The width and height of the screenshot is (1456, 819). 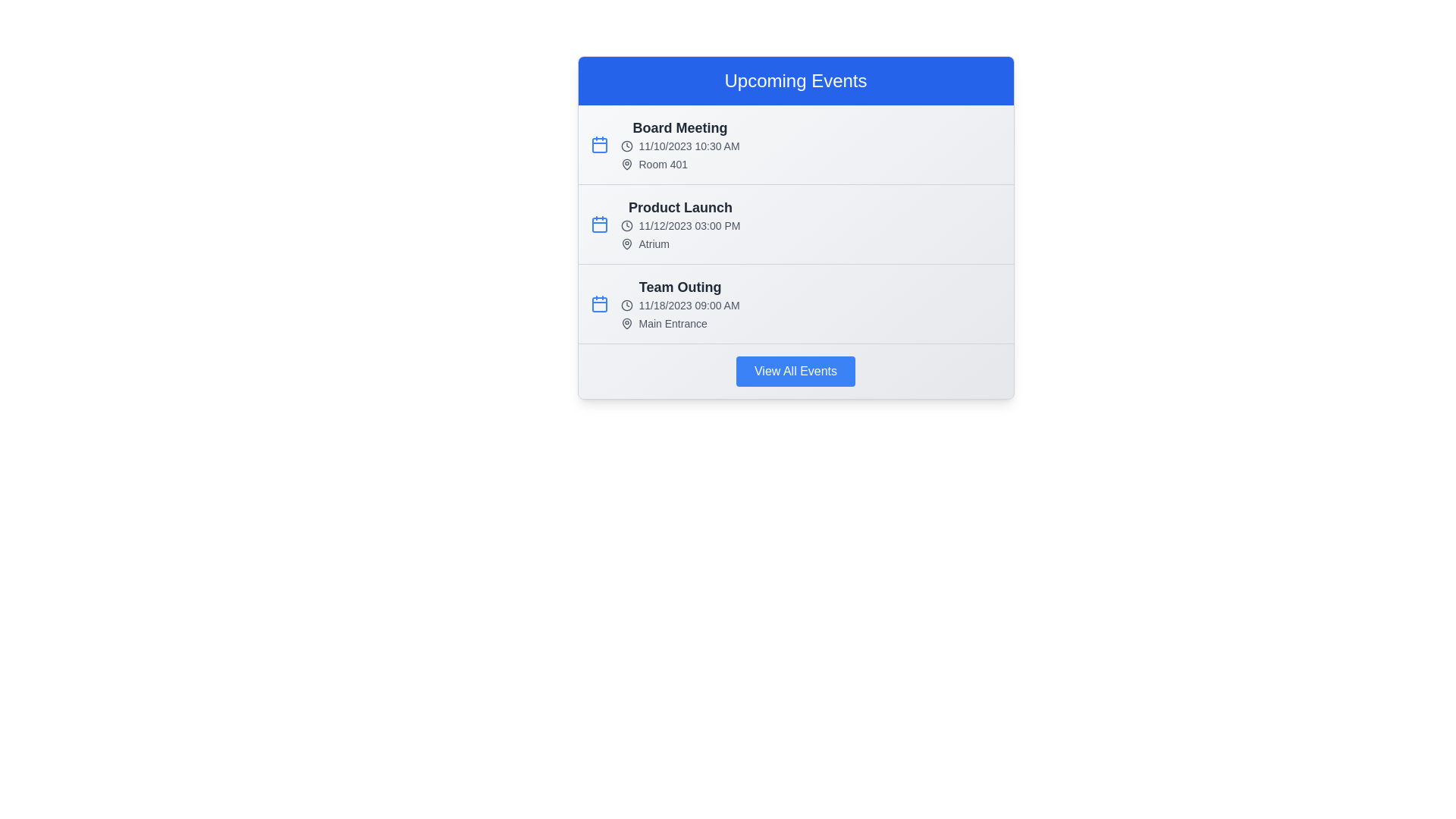 I want to click on the second event entry in the 'Upcoming Events' list, which is titled 'Product Launch' and includes the date '11/12/2023 03:00 PM' and location 'Atrium', so click(x=679, y=224).